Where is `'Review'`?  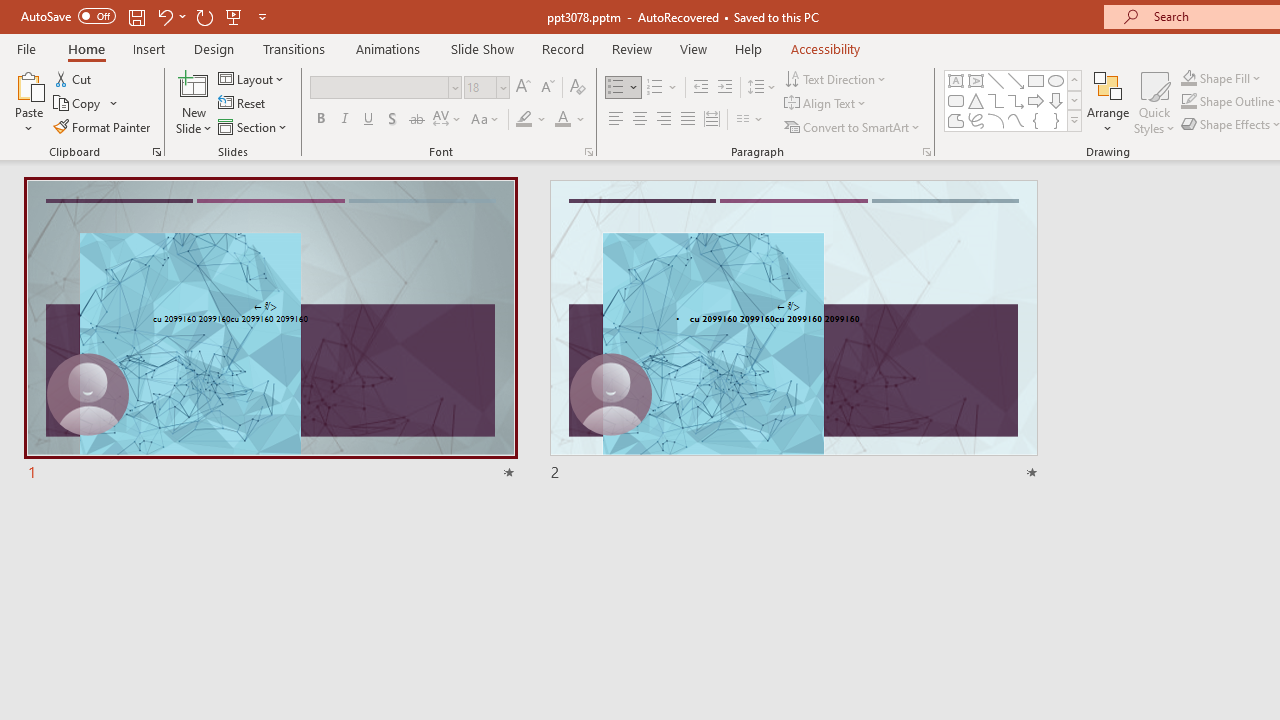 'Review' is located at coordinates (630, 48).